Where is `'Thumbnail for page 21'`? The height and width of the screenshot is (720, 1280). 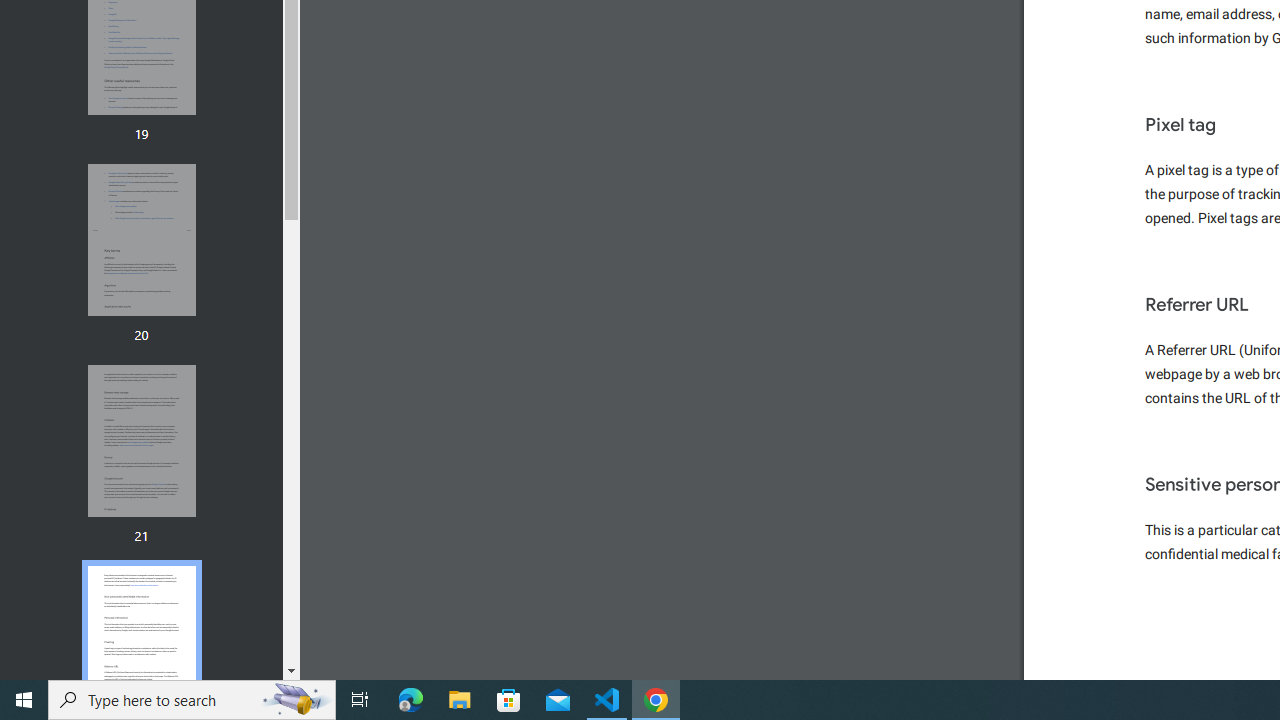
'Thumbnail for page 21' is located at coordinates (140, 440).